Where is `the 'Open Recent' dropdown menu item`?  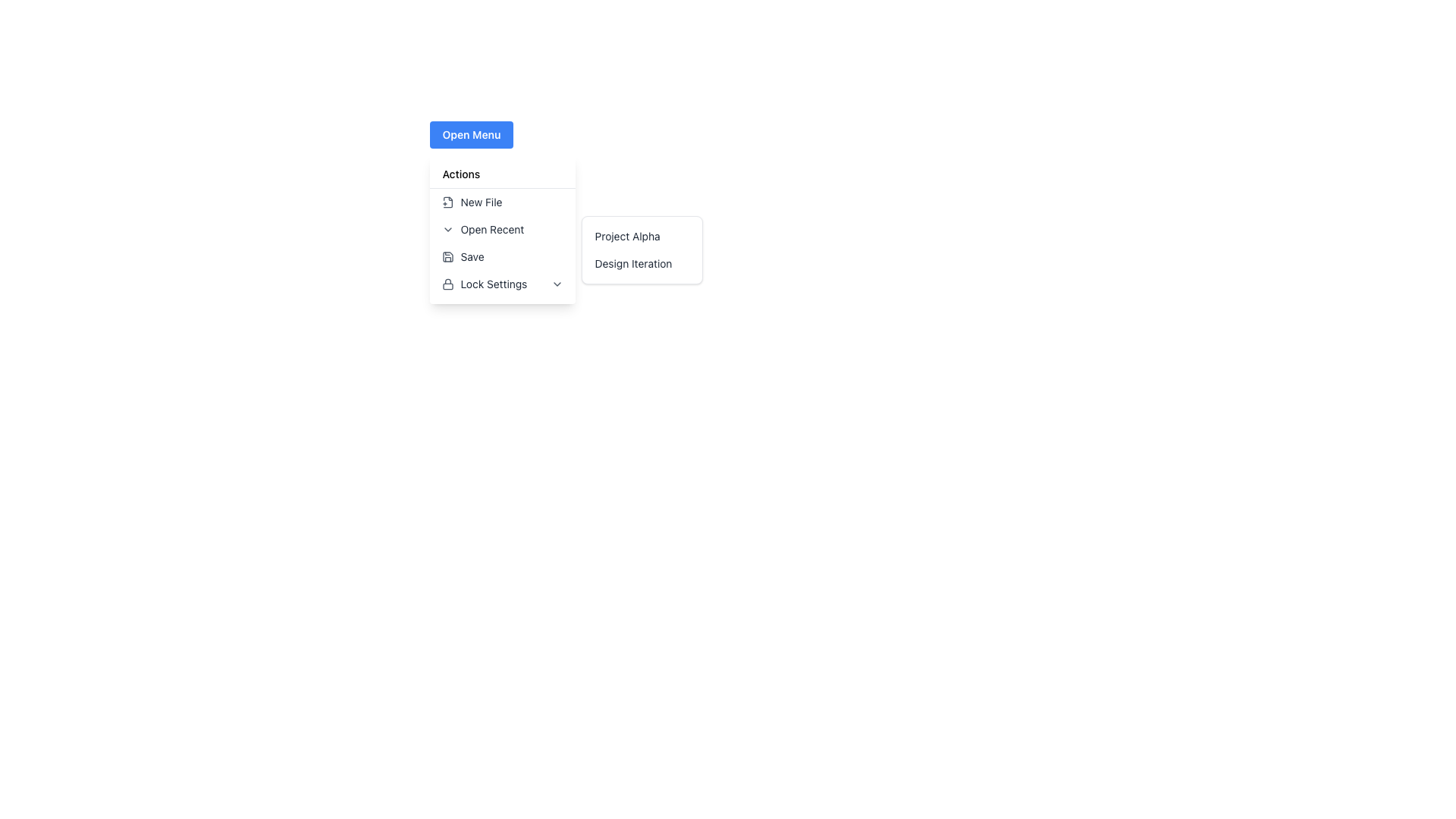
the 'Open Recent' dropdown menu item is located at coordinates (503, 229).